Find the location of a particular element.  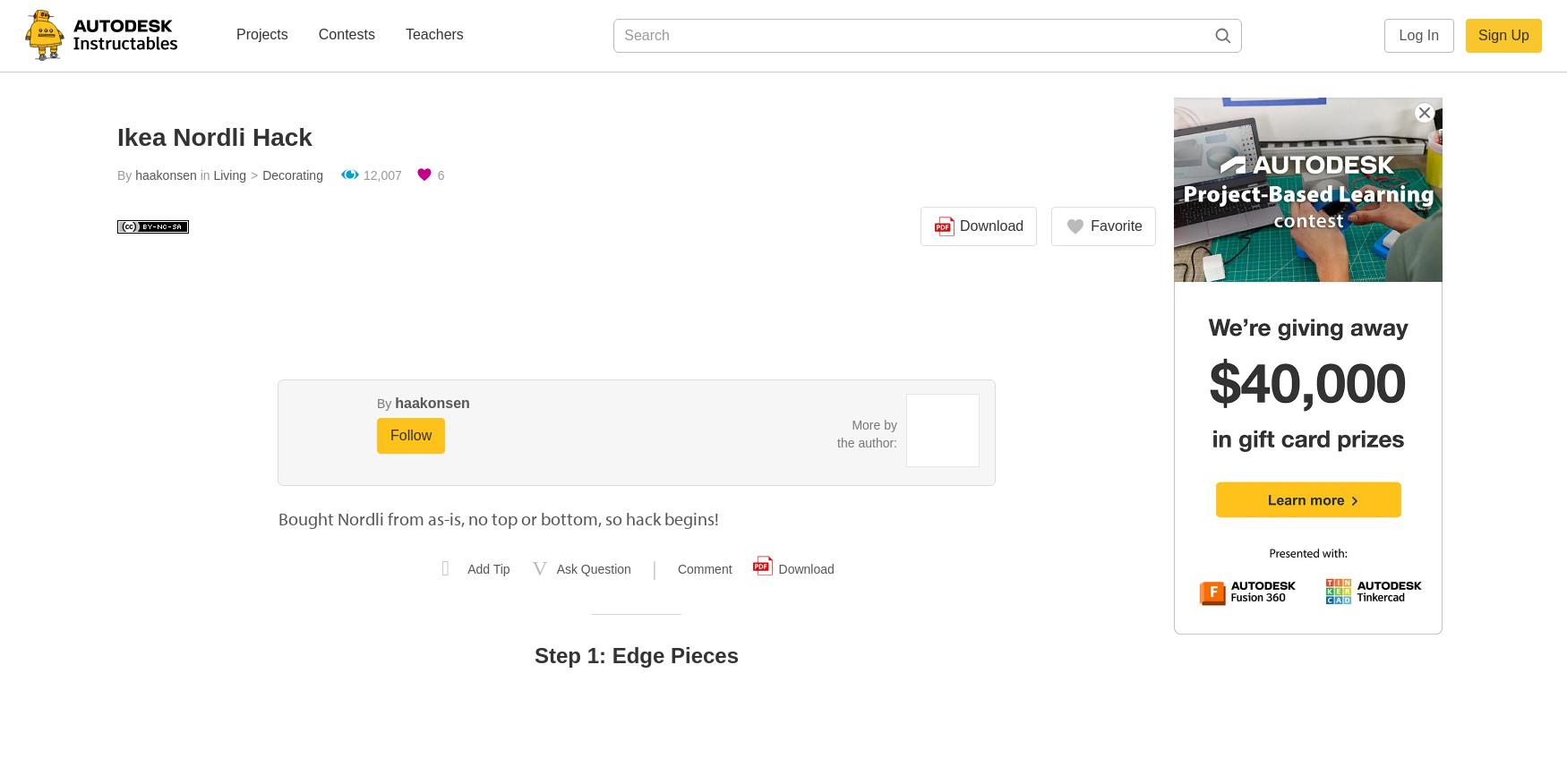

'Step 1: Edge Pieces' is located at coordinates (636, 655).